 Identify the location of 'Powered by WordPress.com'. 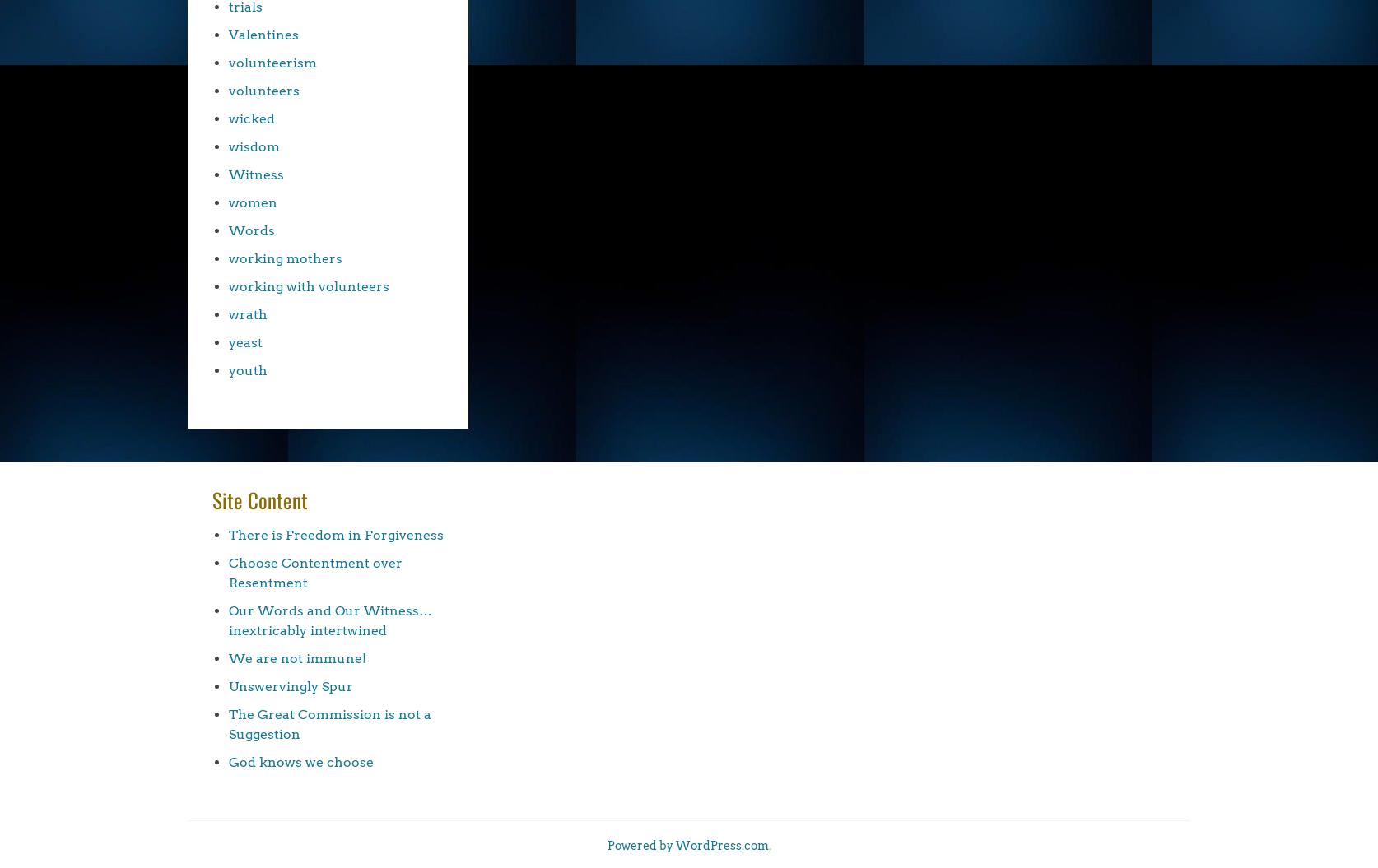
(606, 844).